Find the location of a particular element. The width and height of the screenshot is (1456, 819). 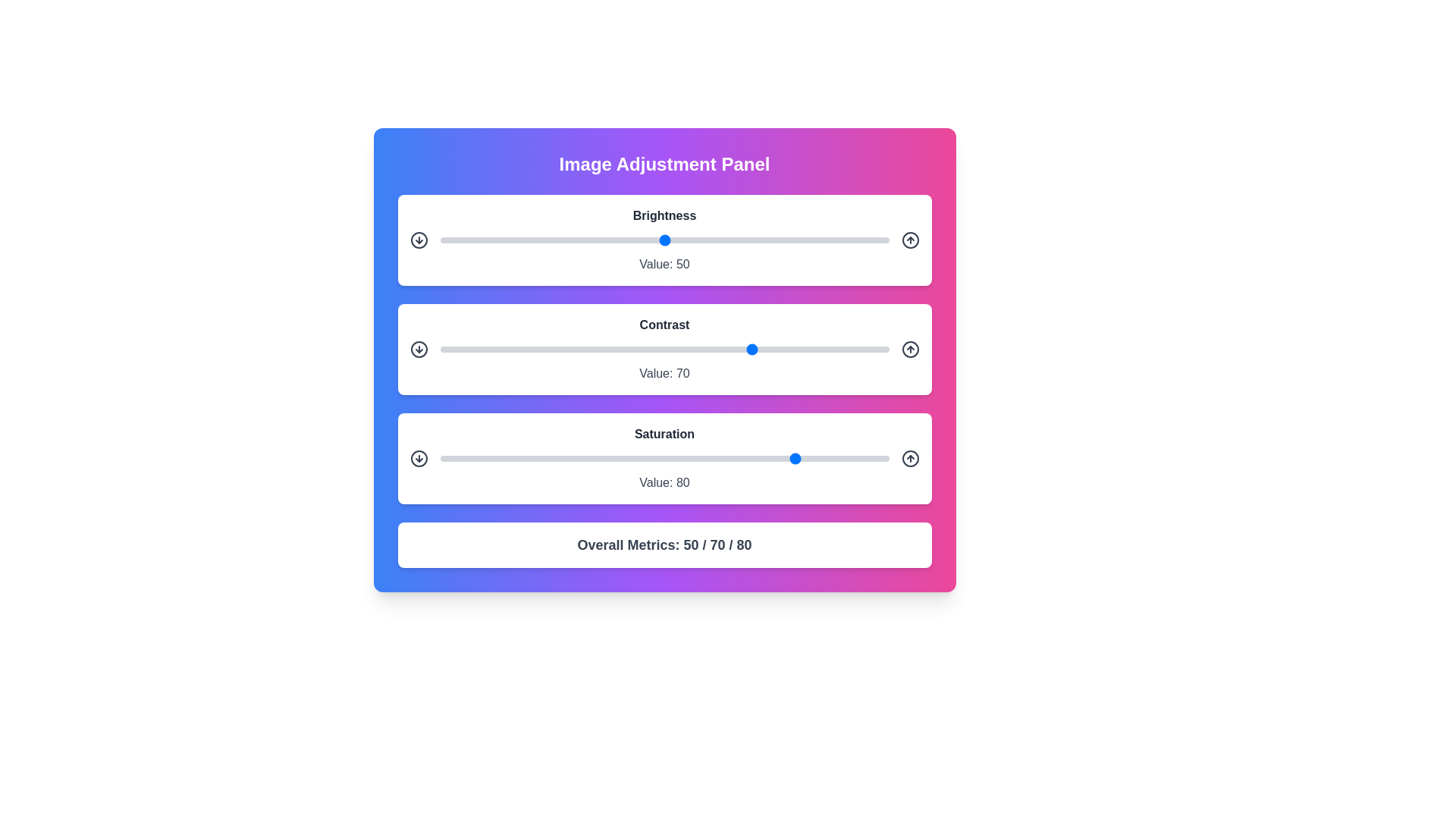

brightness is located at coordinates (803, 239).